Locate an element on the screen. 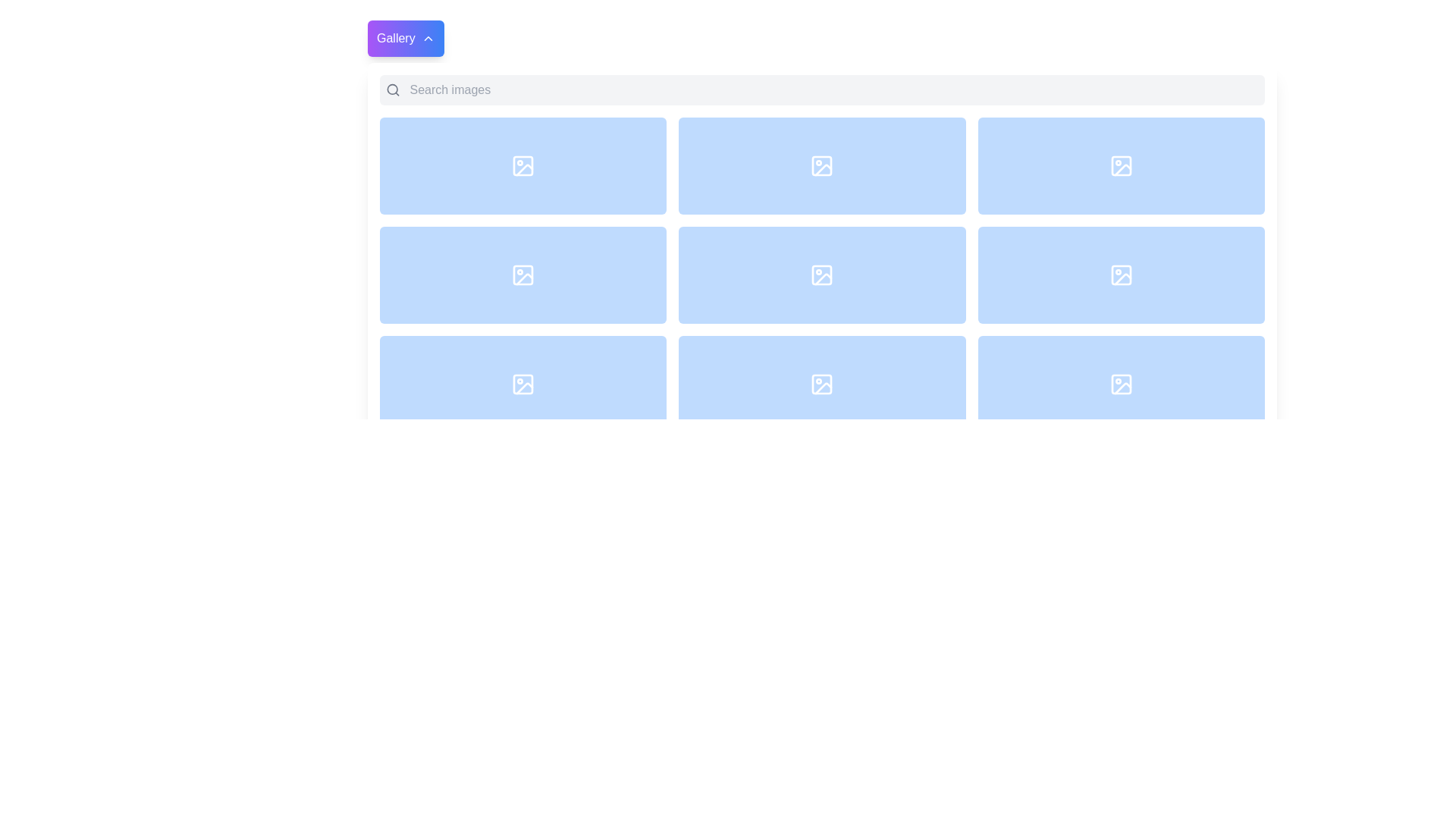 This screenshot has width=1456, height=819. the decorative SVG component that is part of the image placeholder icon located in the fourth column and third row of the grid layout is located at coordinates (523, 383).